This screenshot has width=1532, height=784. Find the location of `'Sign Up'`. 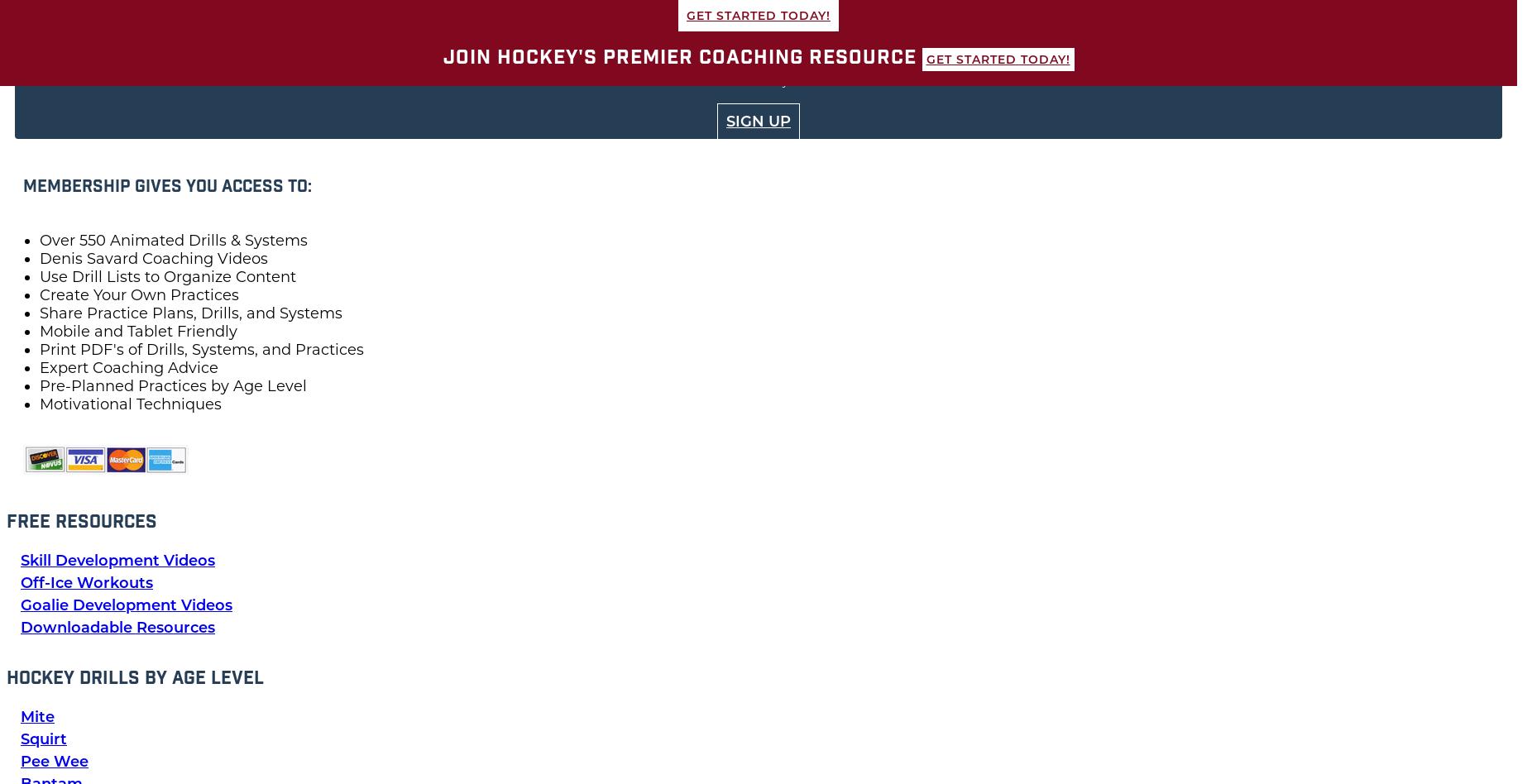

'Sign Up' is located at coordinates (758, 121).